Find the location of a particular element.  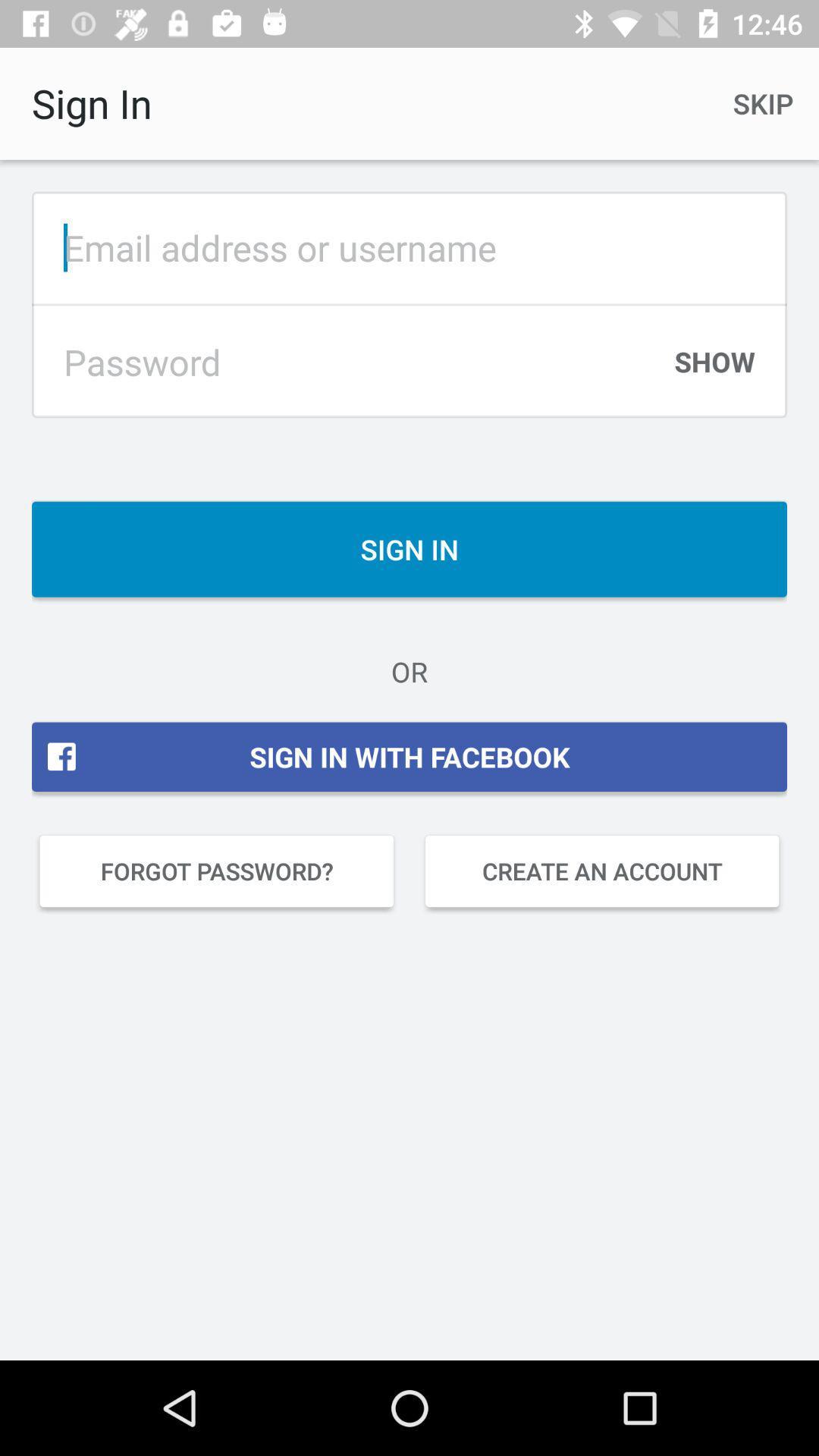

item below the sign in with is located at coordinates (216, 871).